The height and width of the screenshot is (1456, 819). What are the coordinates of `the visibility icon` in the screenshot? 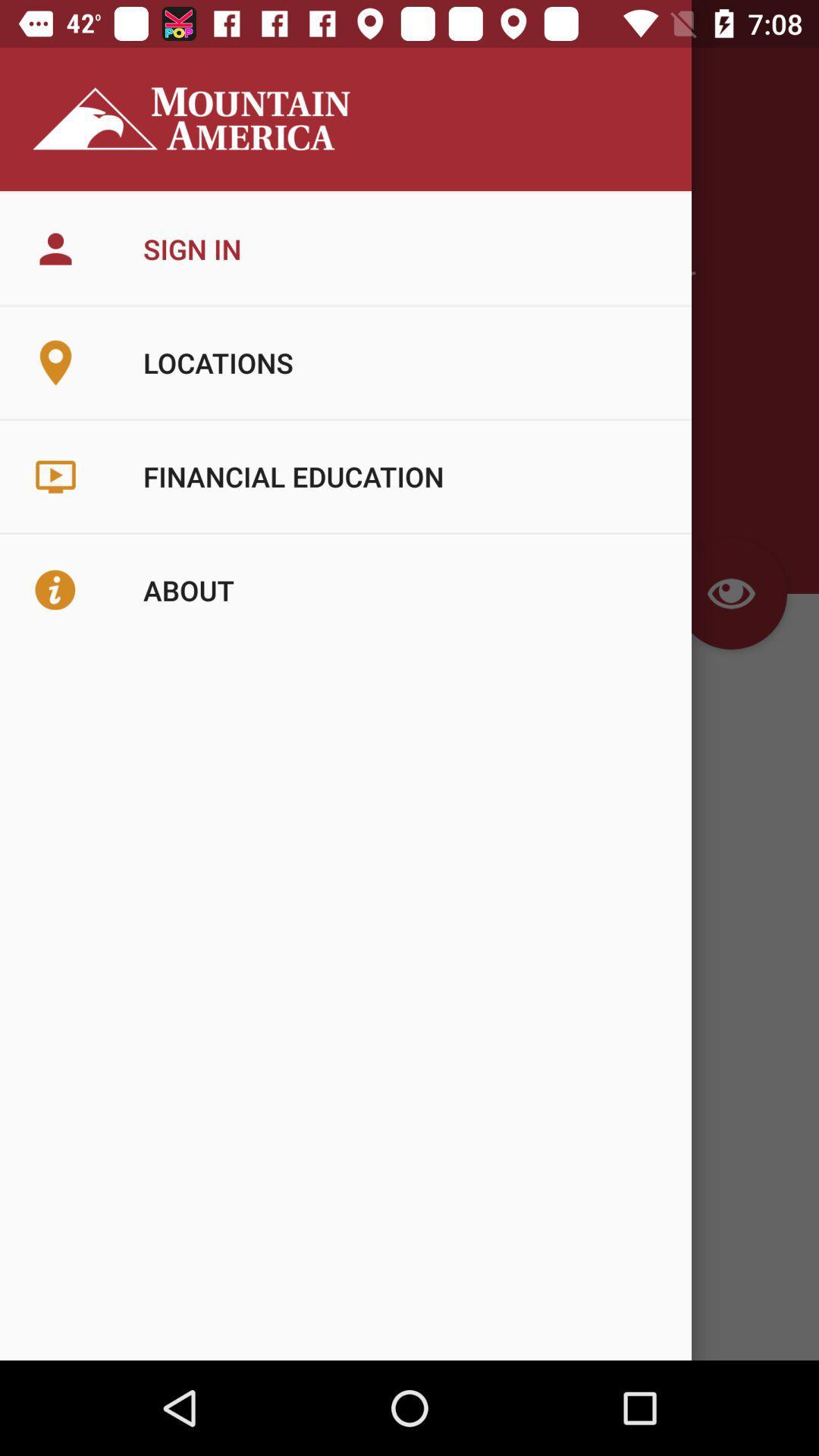 It's located at (730, 592).